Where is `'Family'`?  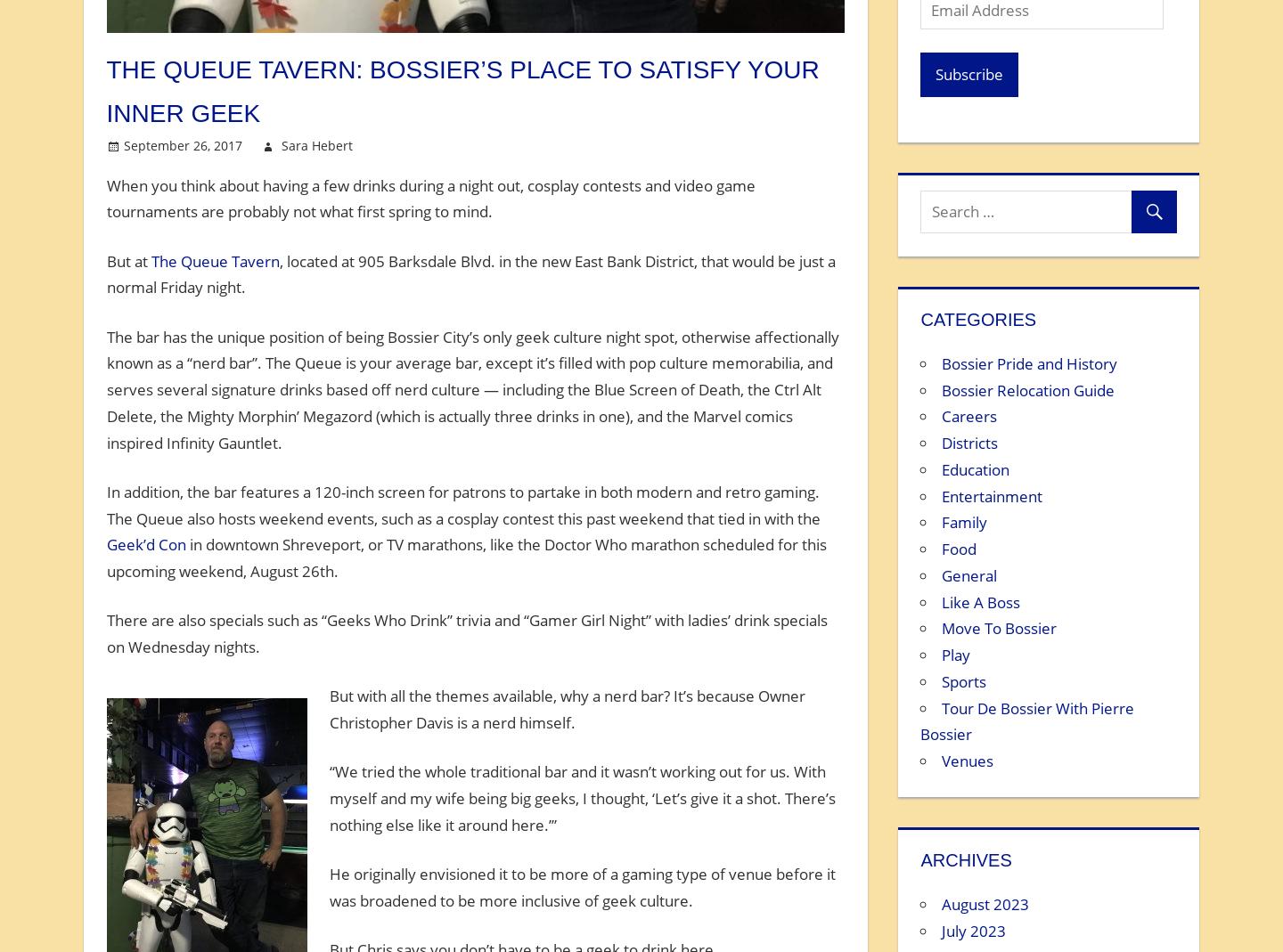
'Family' is located at coordinates (963, 522).